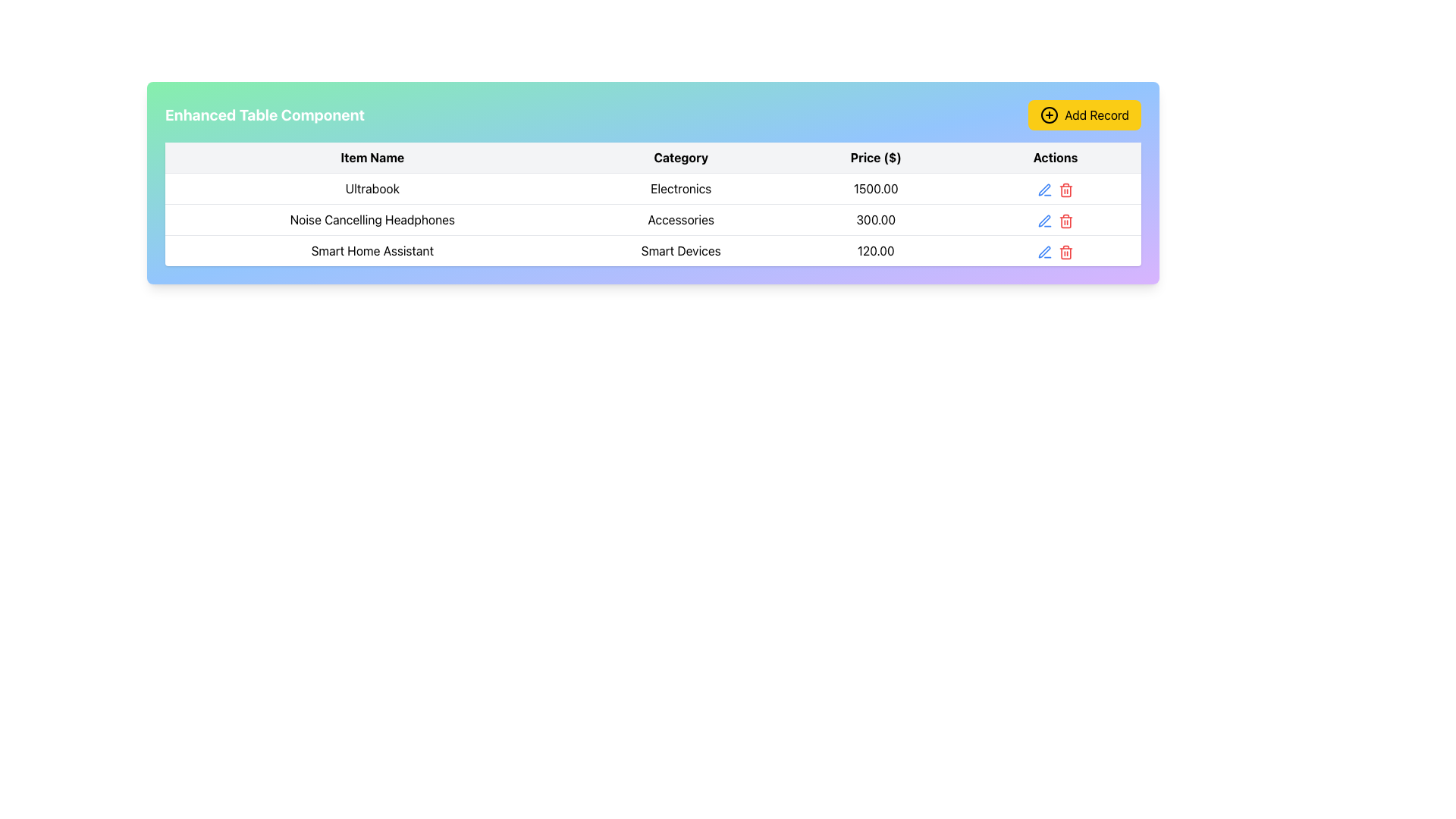  Describe the element at coordinates (1043, 189) in the screenshot. I see `the edit button for the 'Noise Cancelling Headphones' entry located` at that location.